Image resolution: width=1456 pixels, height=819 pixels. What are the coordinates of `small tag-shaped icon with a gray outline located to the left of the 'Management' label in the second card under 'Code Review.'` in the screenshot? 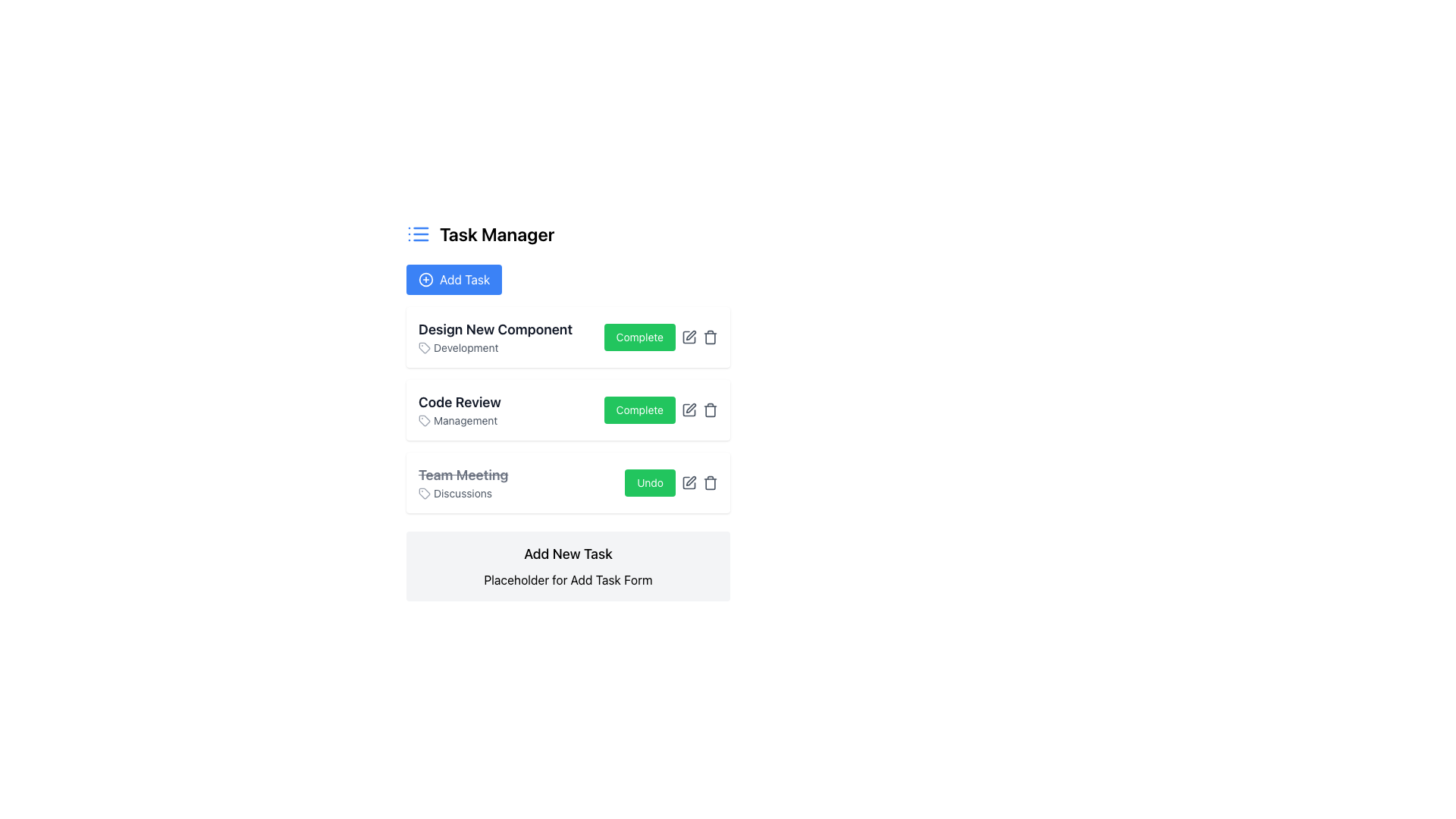 It's located at (425, 421).